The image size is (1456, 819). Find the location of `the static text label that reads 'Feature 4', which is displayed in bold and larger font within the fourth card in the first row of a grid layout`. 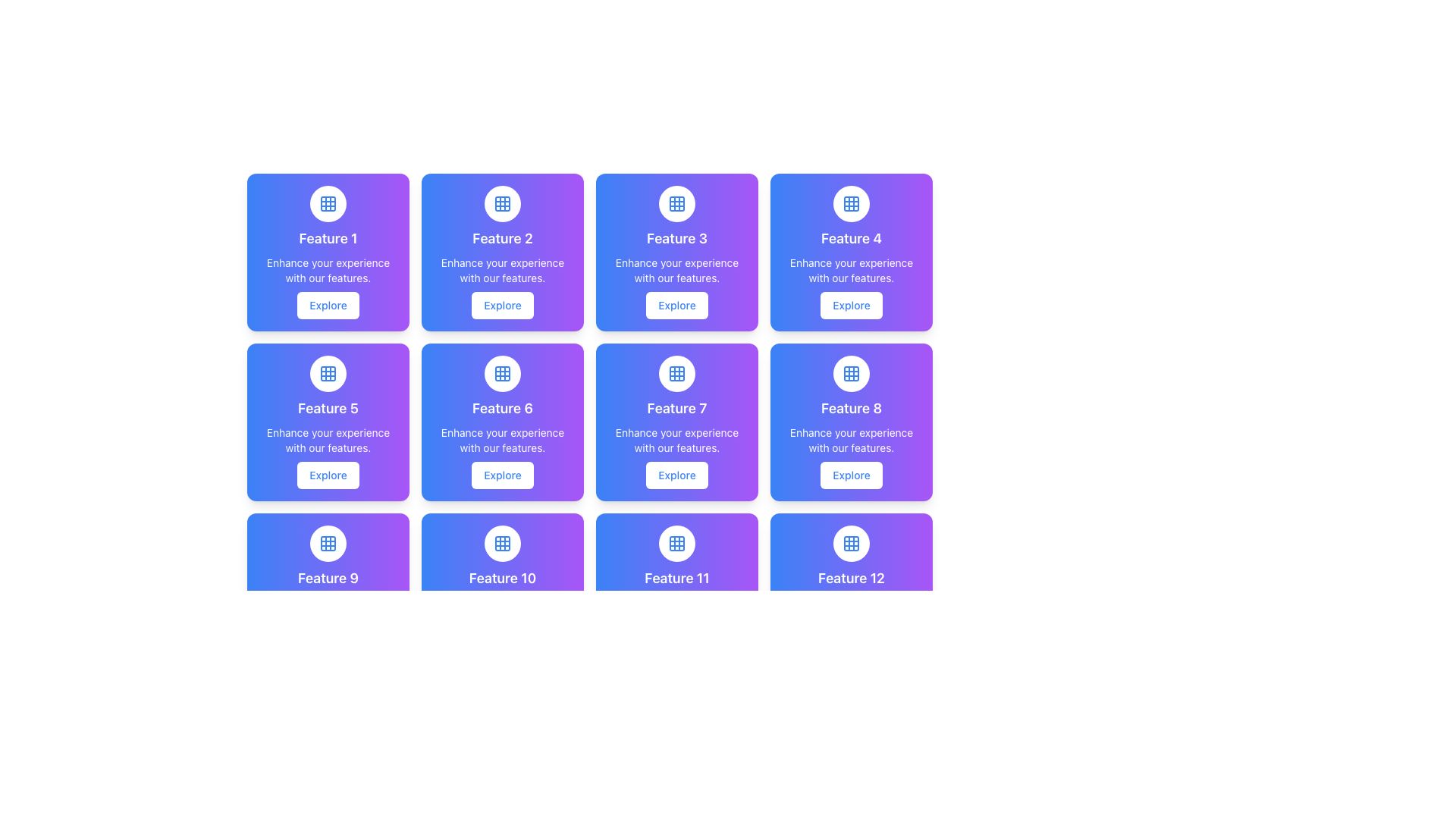

the static text label that reads 'Feature 4', which is displayed in bold and larger font within the fourth card in the first row of a grid layout is located at coordinates (852, 239).